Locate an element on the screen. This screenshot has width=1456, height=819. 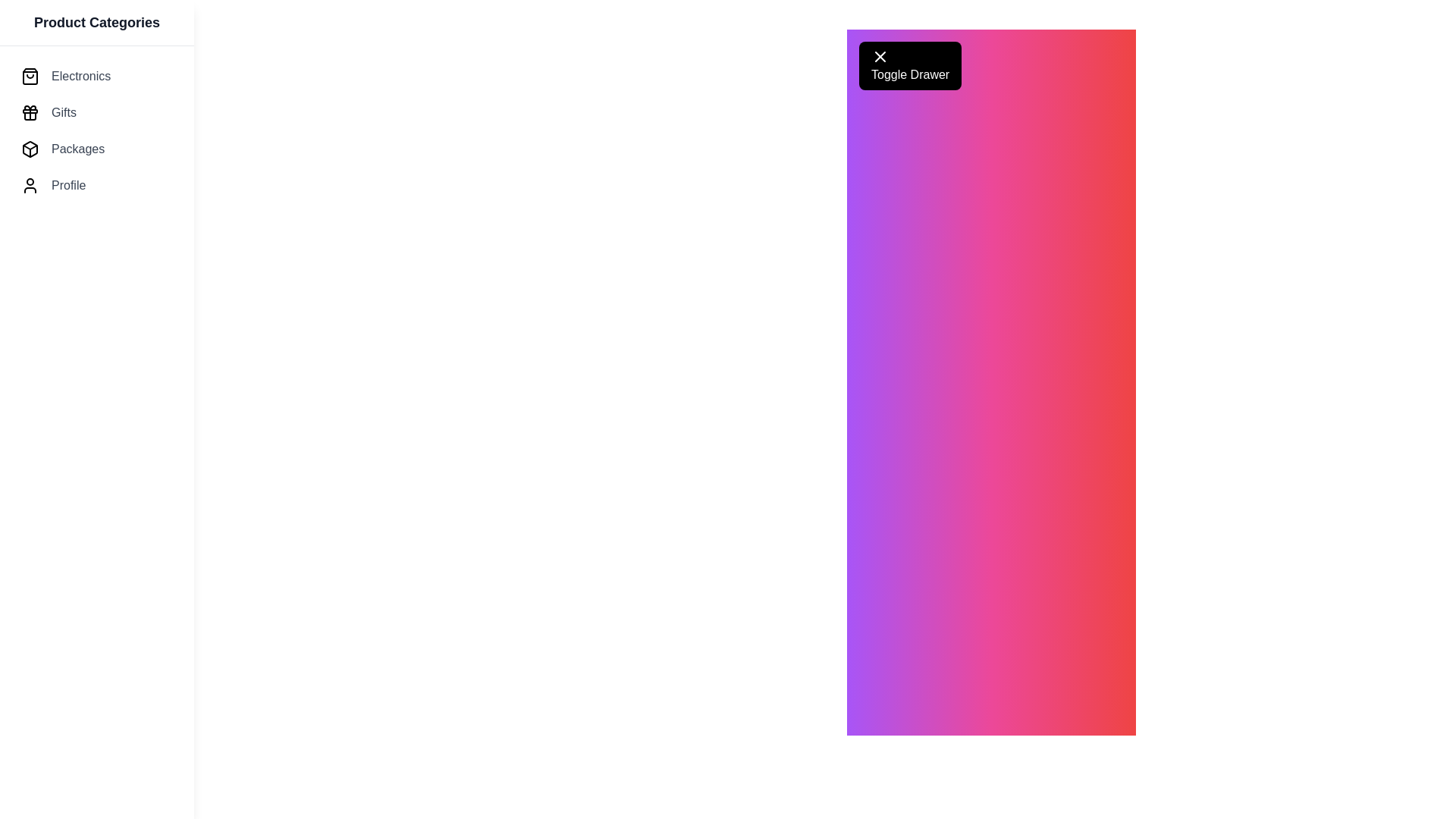
the icon representing the Electronics category is located at coordinates (30, 76).